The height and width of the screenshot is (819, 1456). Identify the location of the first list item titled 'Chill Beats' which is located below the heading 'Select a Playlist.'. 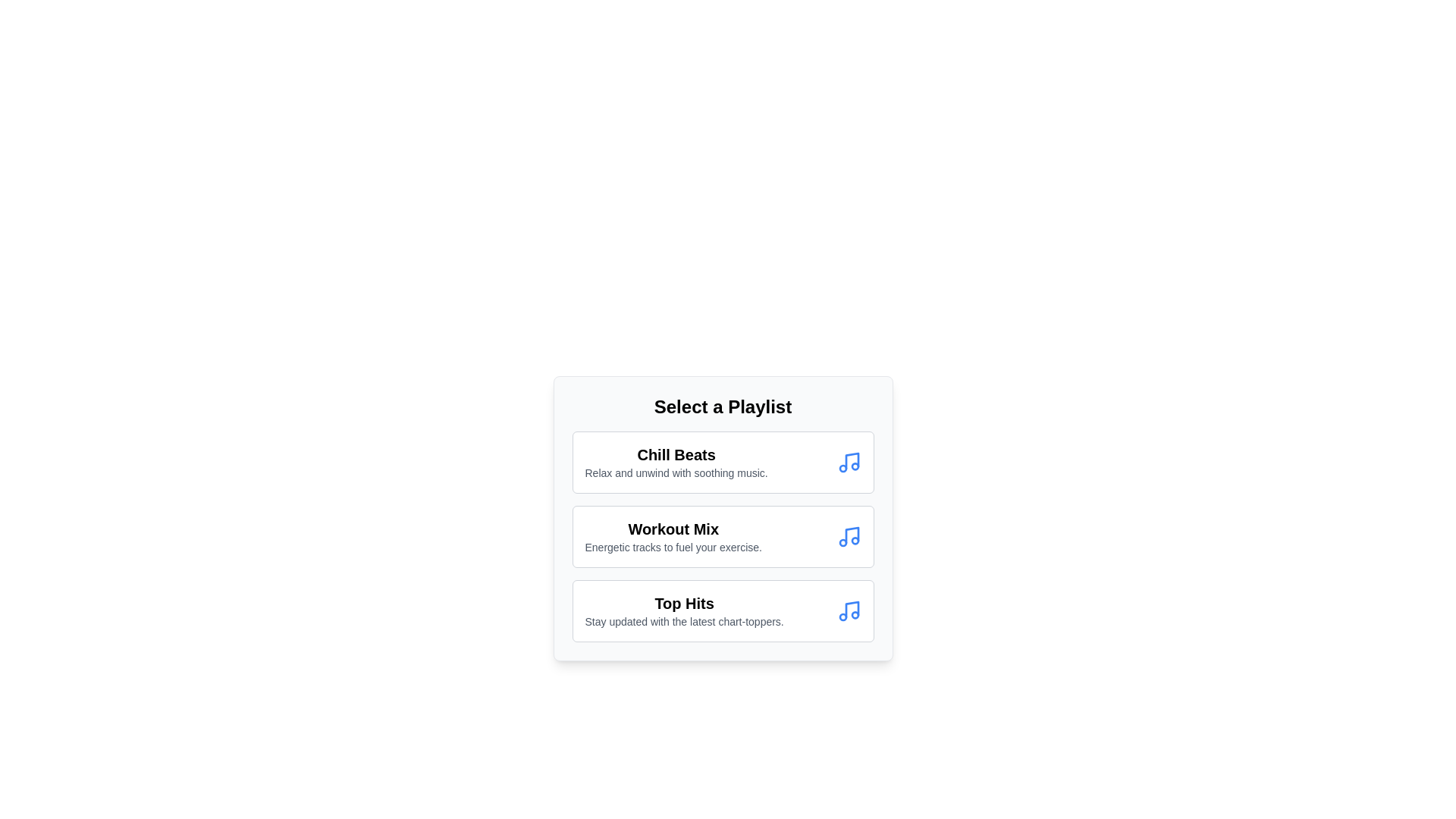
(676, 461).